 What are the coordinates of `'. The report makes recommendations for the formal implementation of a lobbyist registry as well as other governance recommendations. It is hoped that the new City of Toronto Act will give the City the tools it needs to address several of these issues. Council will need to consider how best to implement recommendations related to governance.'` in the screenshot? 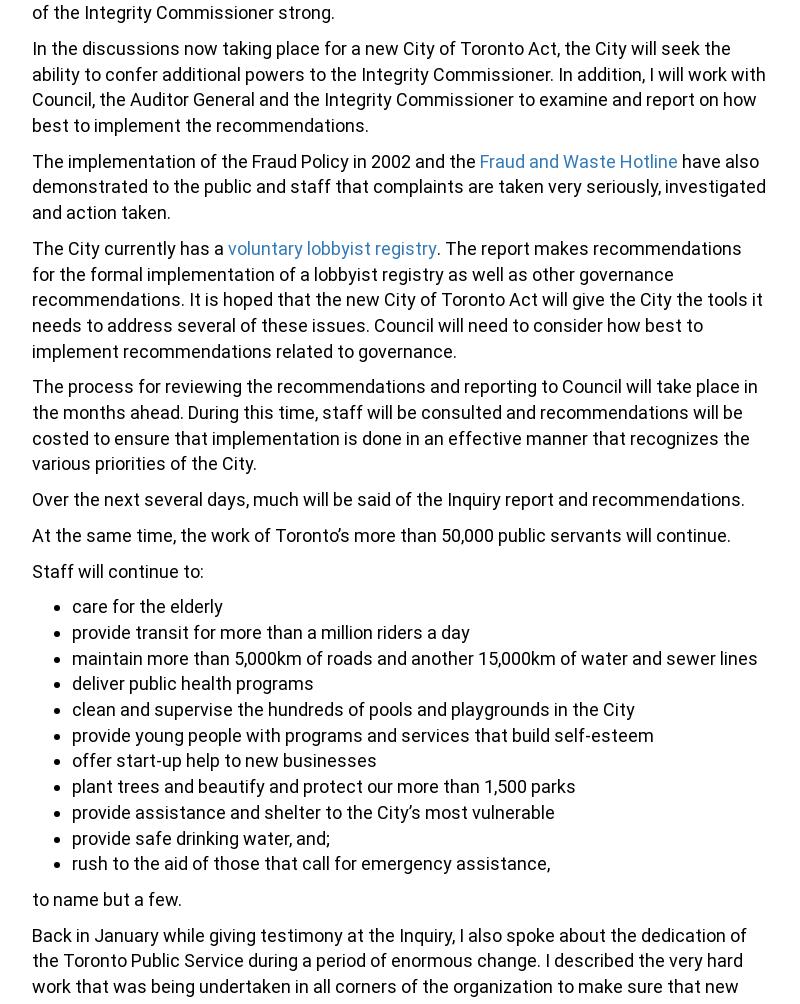 It's located at (396, 298).